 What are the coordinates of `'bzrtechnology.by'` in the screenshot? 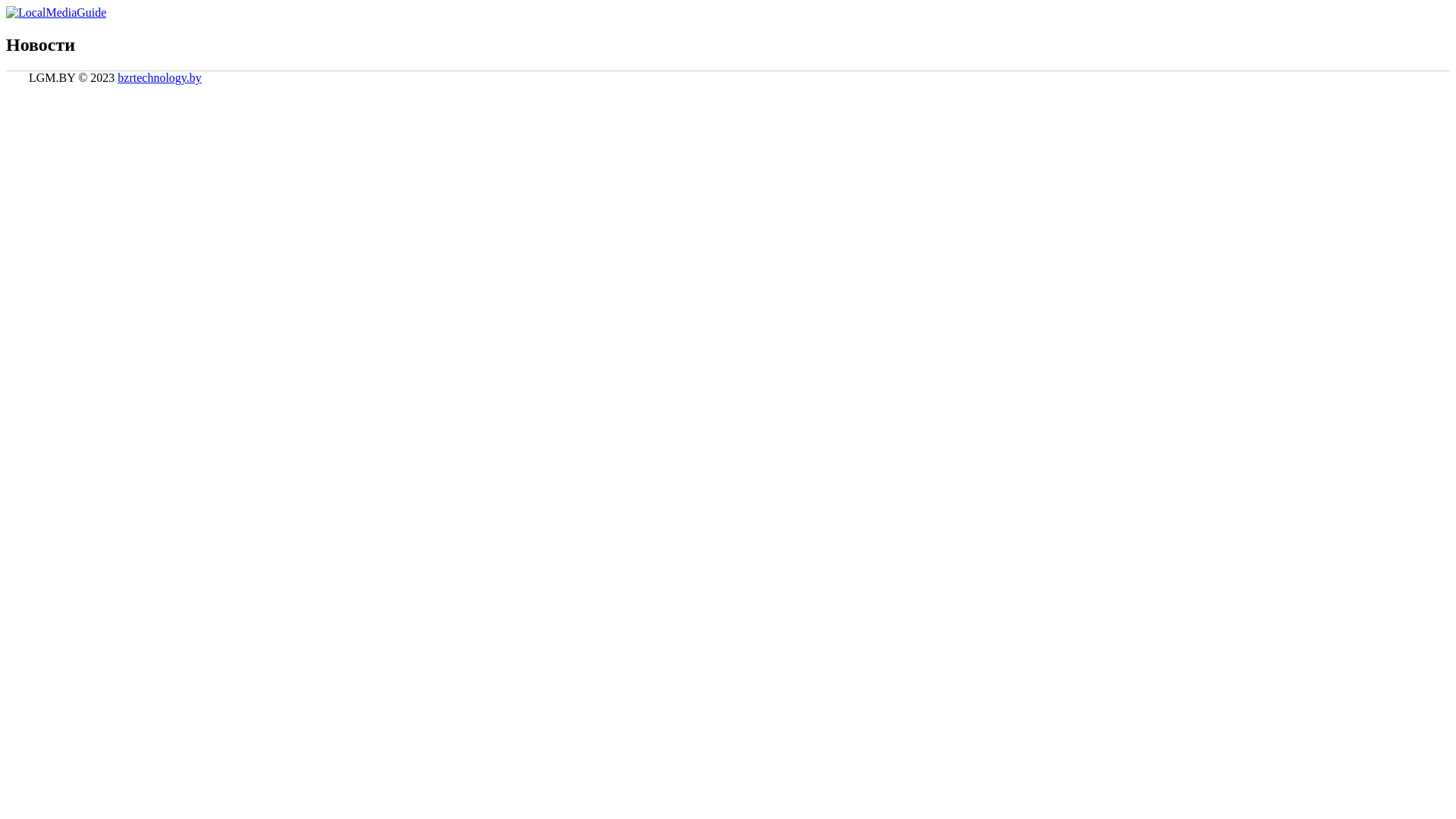 It's located at (159, 77).